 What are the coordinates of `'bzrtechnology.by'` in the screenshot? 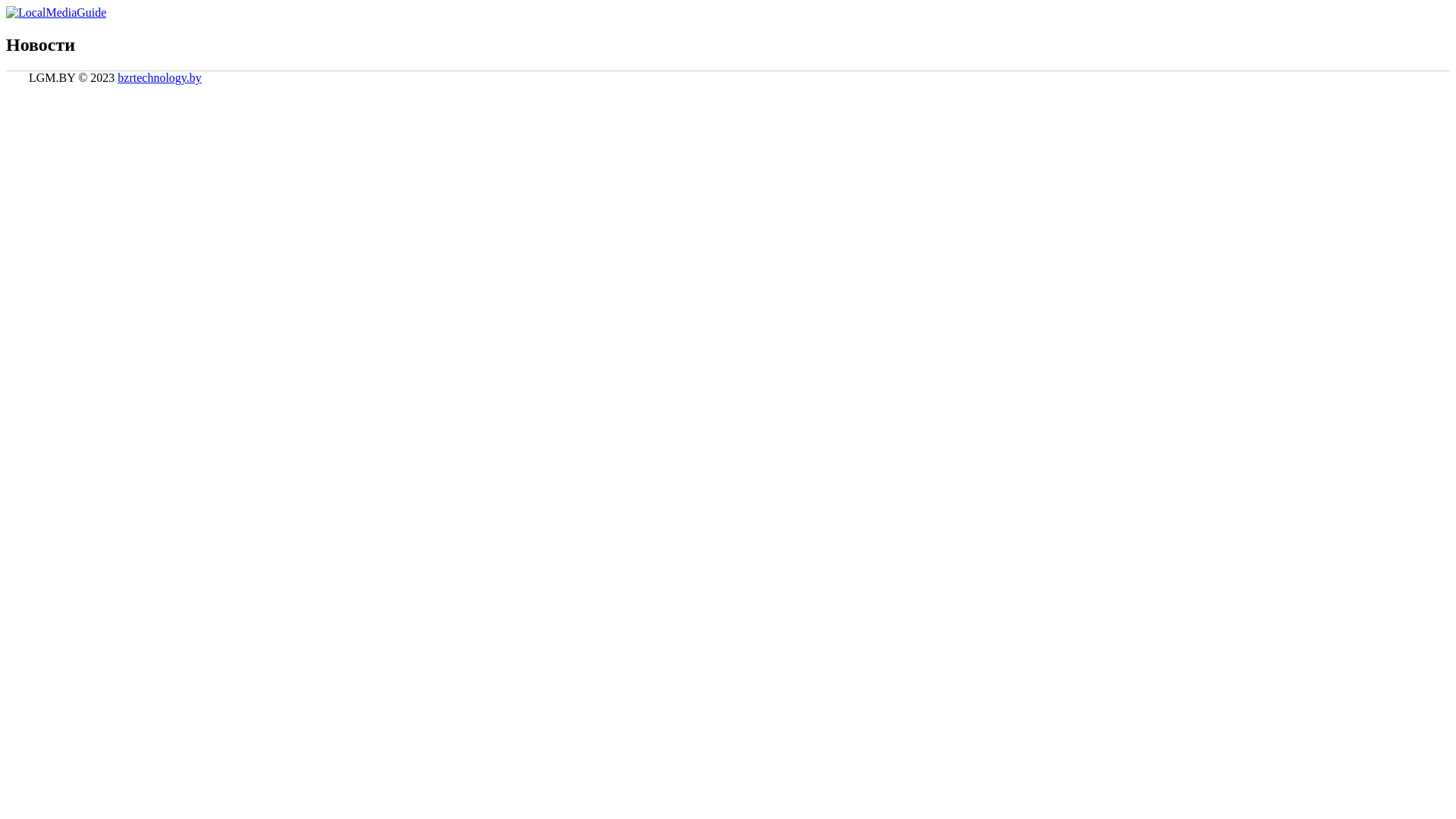 It's located at (159, 77).